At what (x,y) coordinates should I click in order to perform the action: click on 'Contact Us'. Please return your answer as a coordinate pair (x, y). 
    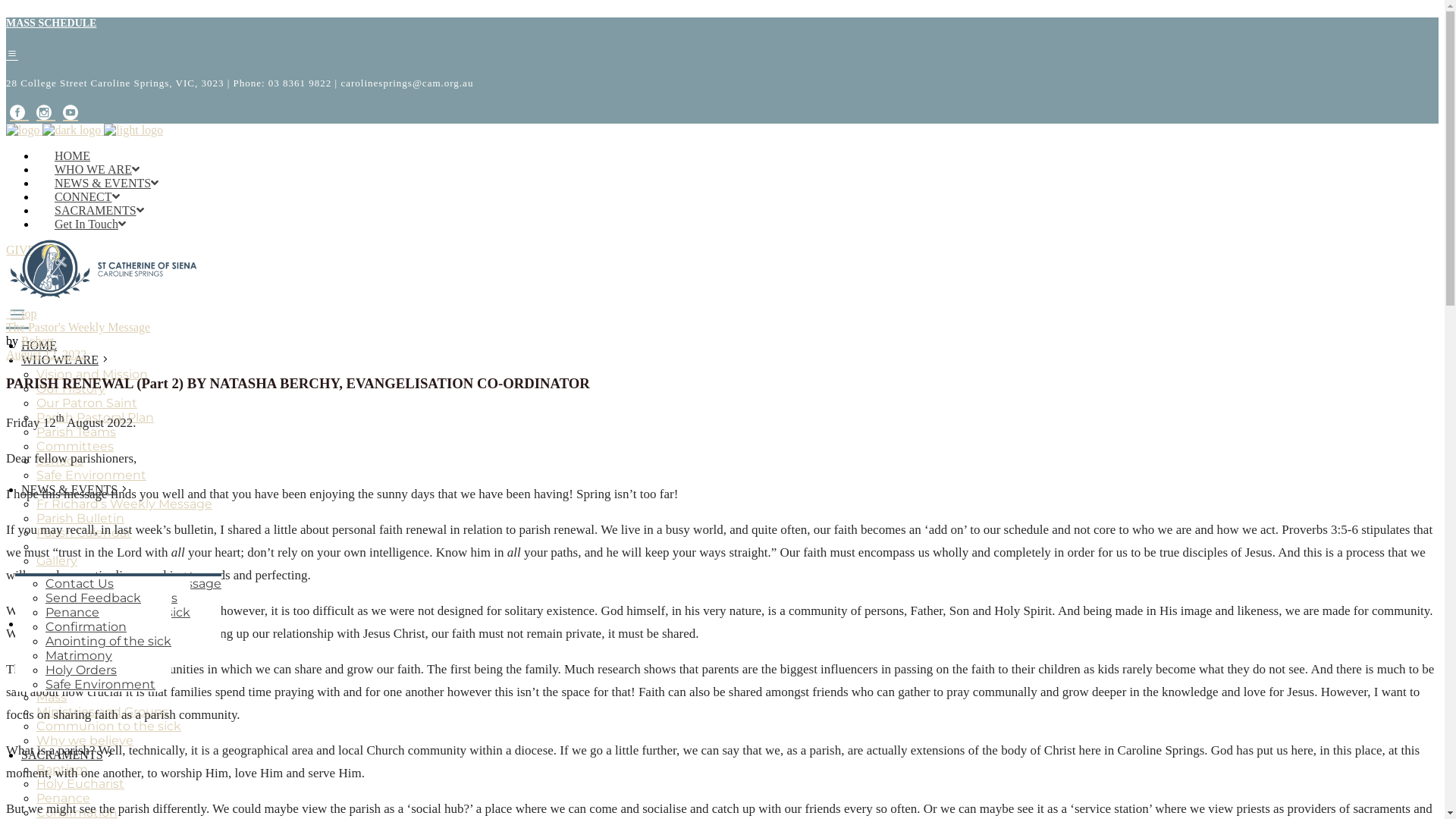
    Looking at the image, I should click on (45, 582).